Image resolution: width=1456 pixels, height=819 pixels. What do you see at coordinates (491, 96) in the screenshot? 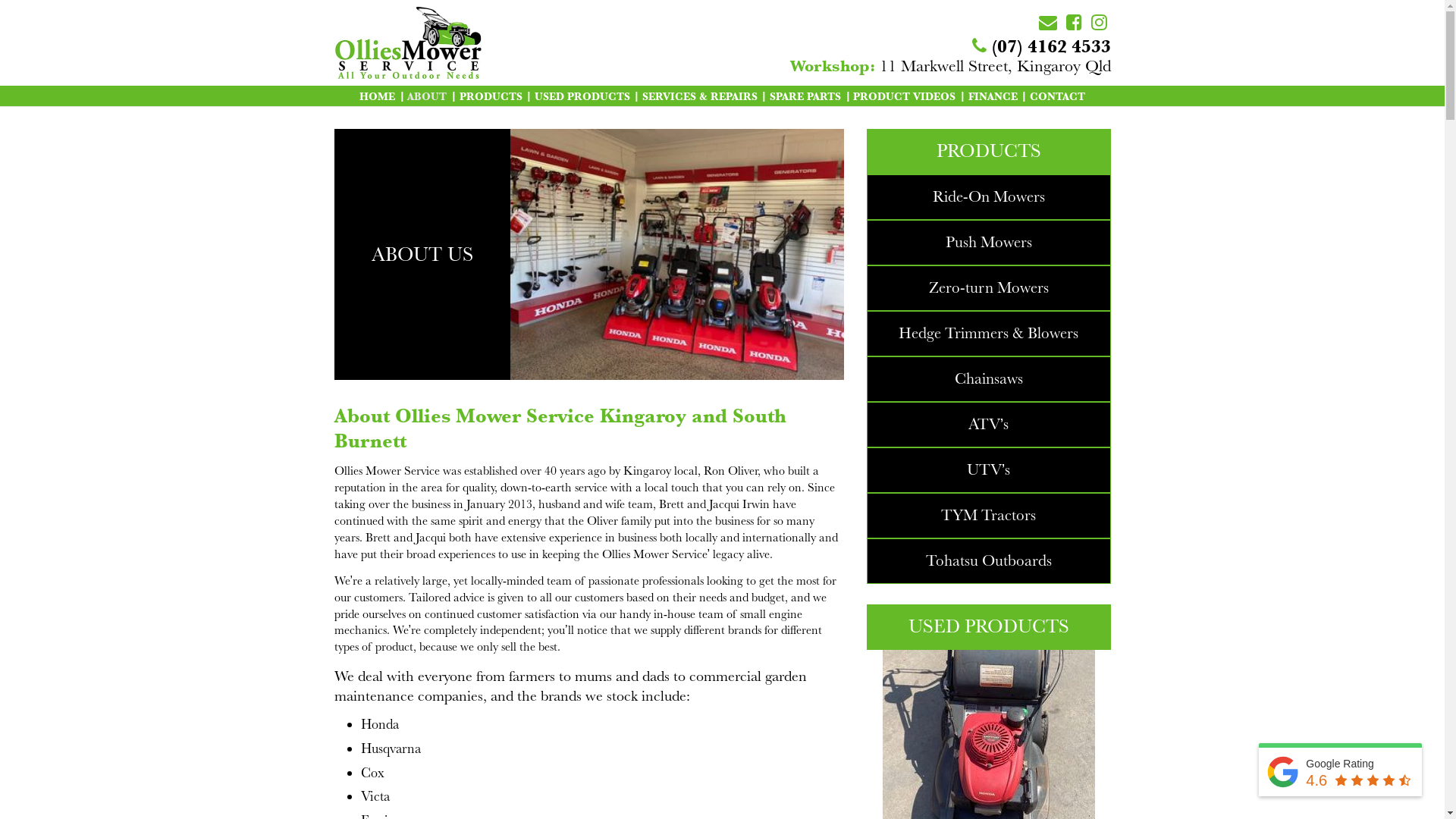
I see `'PRODUCTS'` at bounding box center [491, 96].